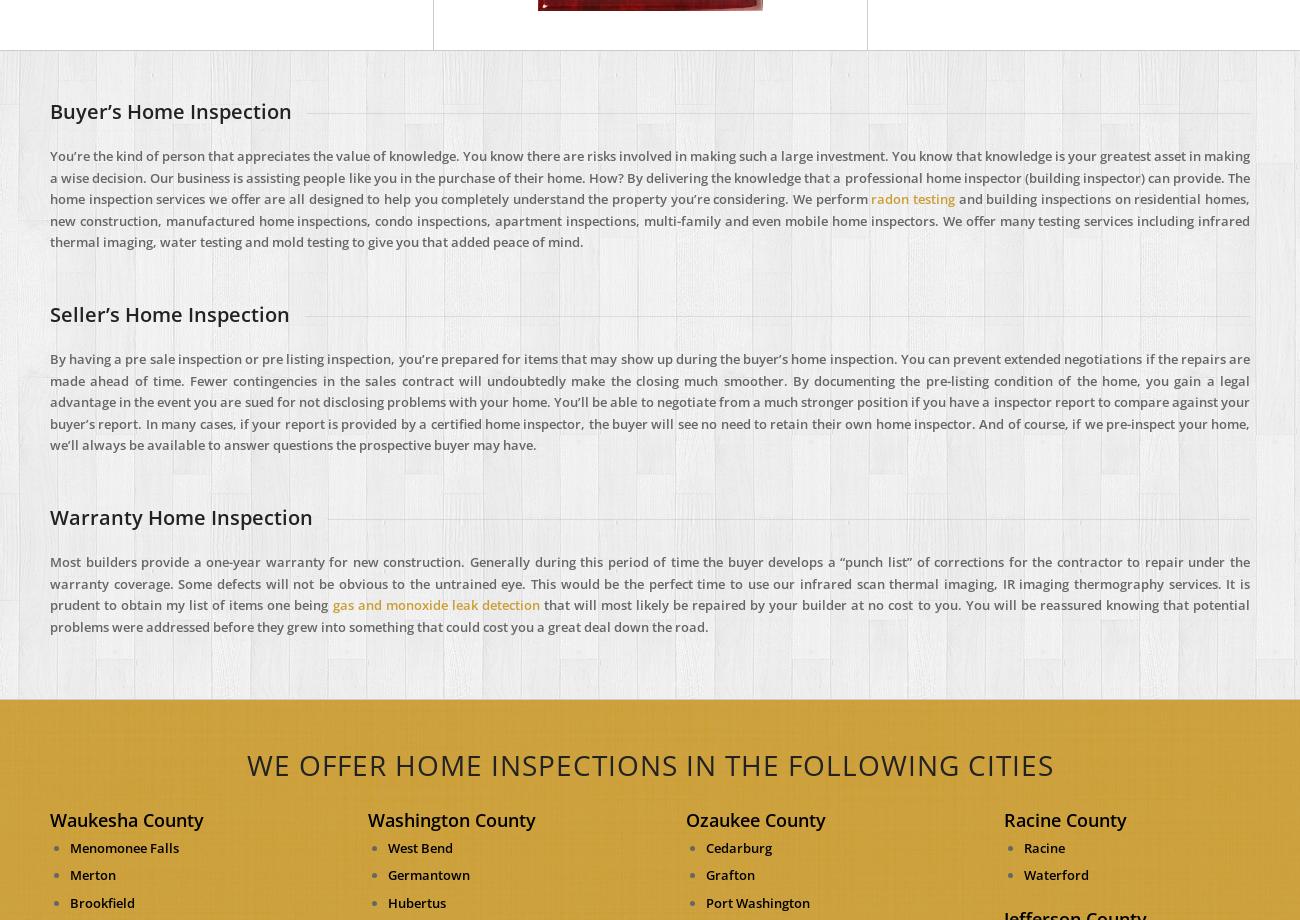 This screenshot has width=1300, height=920. Describe the element at coordinates (739, 846) in the screenshot. I see `'Cedarburg'` at that location.